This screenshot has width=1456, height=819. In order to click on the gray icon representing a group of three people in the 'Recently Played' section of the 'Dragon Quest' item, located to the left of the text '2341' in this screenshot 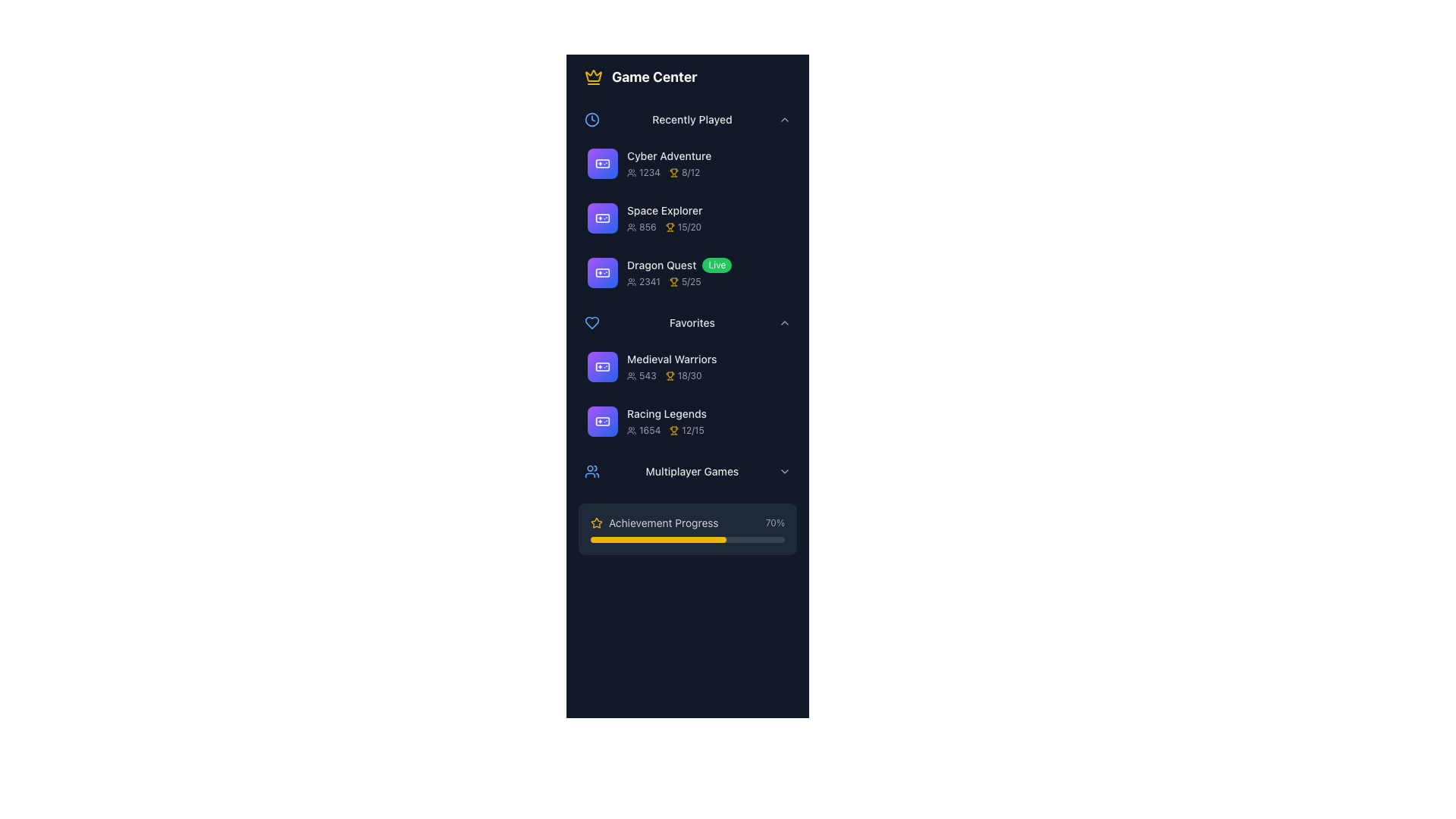, I will do `click(632, 281)`.